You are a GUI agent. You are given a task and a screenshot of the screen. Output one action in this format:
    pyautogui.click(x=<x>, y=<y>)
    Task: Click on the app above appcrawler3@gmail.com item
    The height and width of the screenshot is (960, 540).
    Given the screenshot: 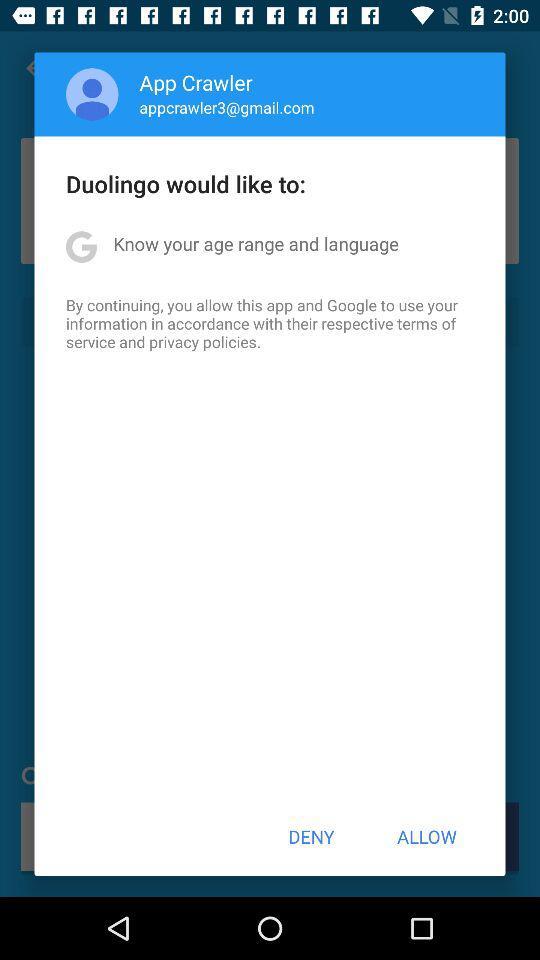 What is the action you would take?
    pyautogui.click(x=196, y=82)
    